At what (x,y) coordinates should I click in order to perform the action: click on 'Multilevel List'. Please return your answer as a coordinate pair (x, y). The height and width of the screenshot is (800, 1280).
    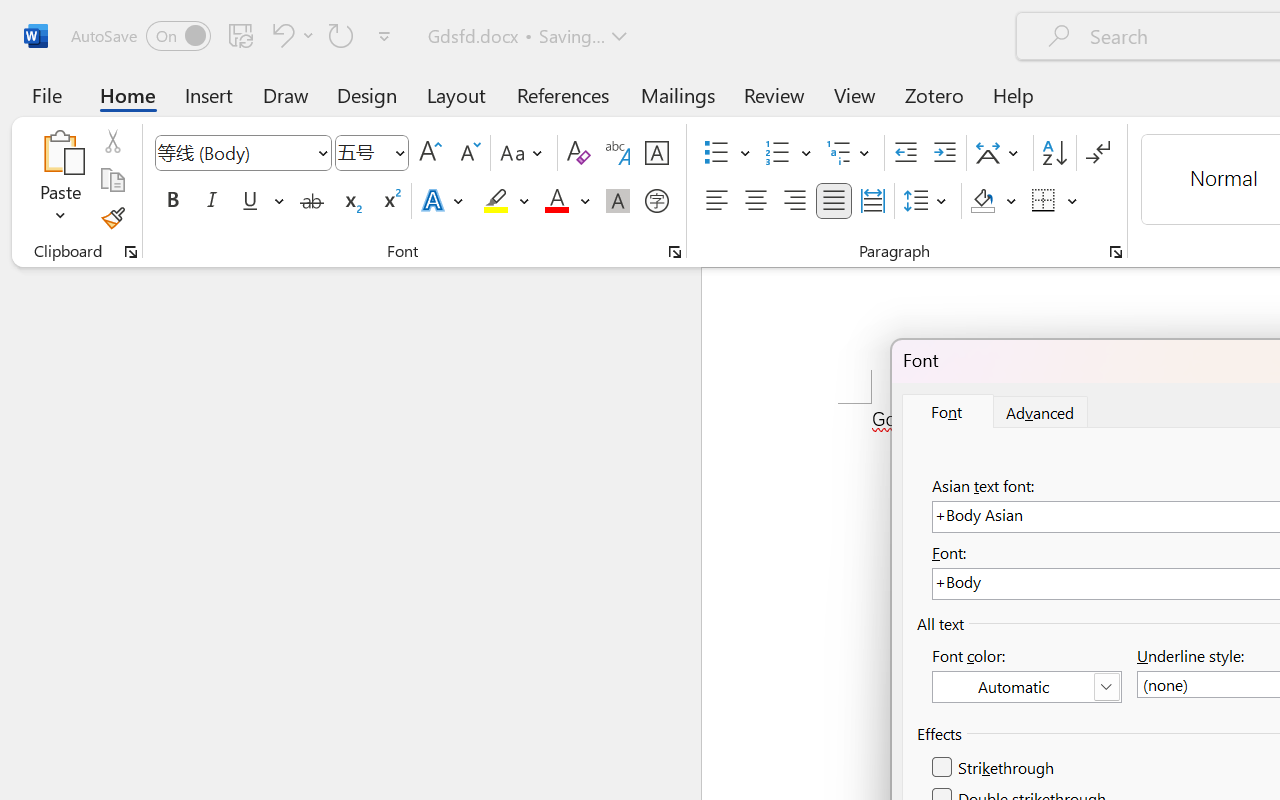
    Looking at the image, I should click on (850, 153).